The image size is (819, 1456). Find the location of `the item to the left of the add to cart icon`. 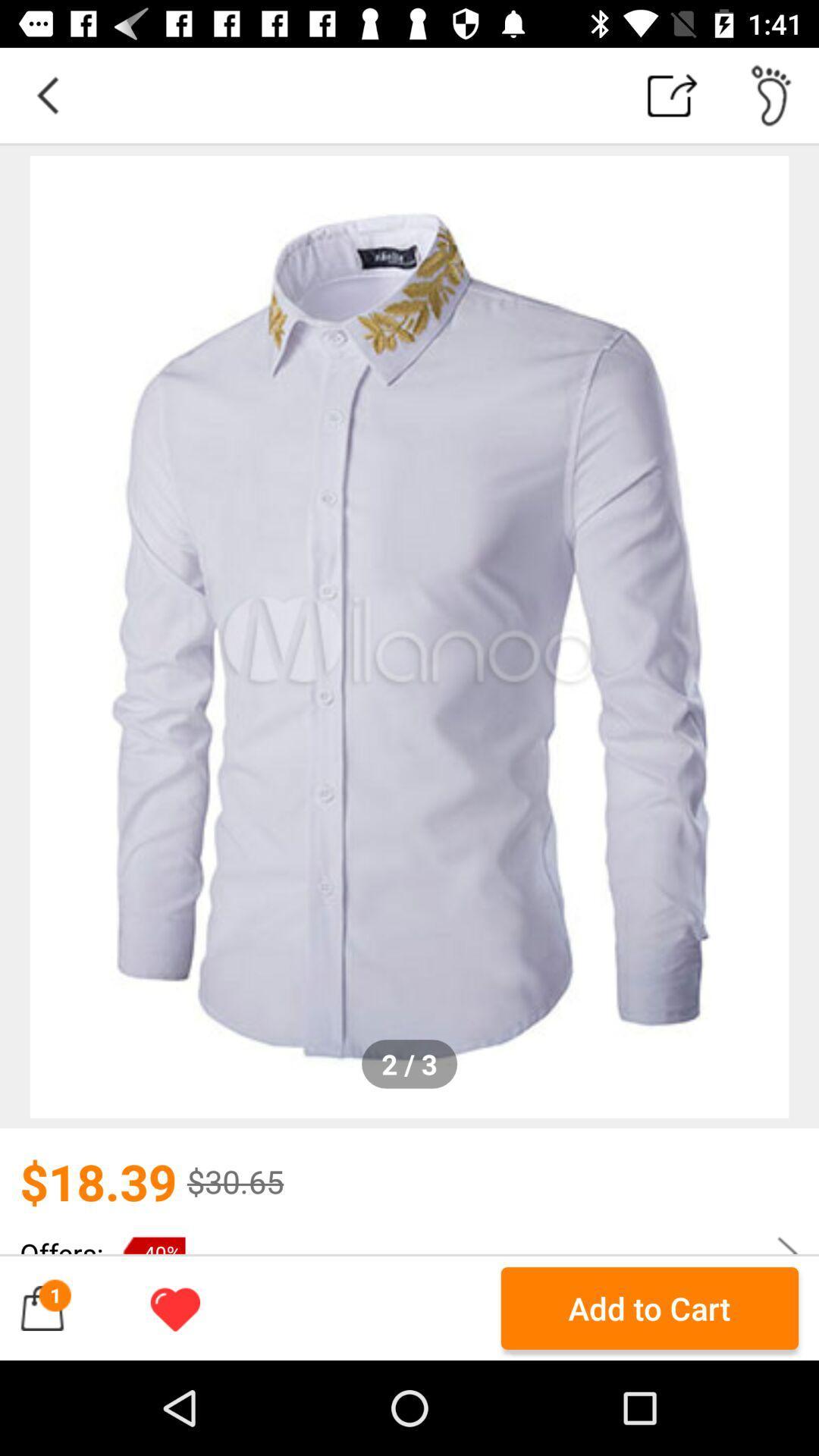

the item to the left of the add to cart icon is located at coordinates (174, 1307).